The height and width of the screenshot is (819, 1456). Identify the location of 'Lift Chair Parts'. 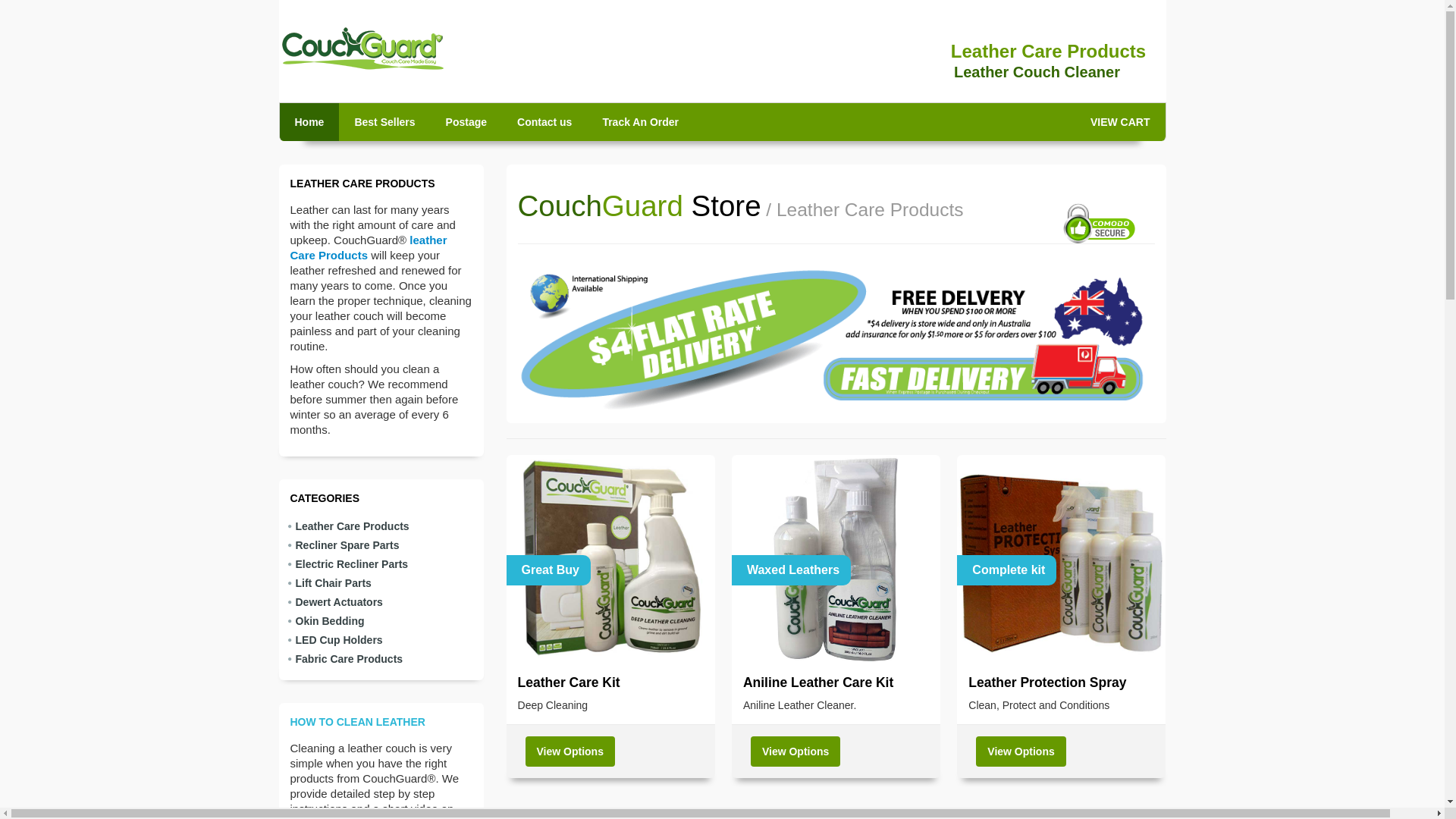
(295, 582).